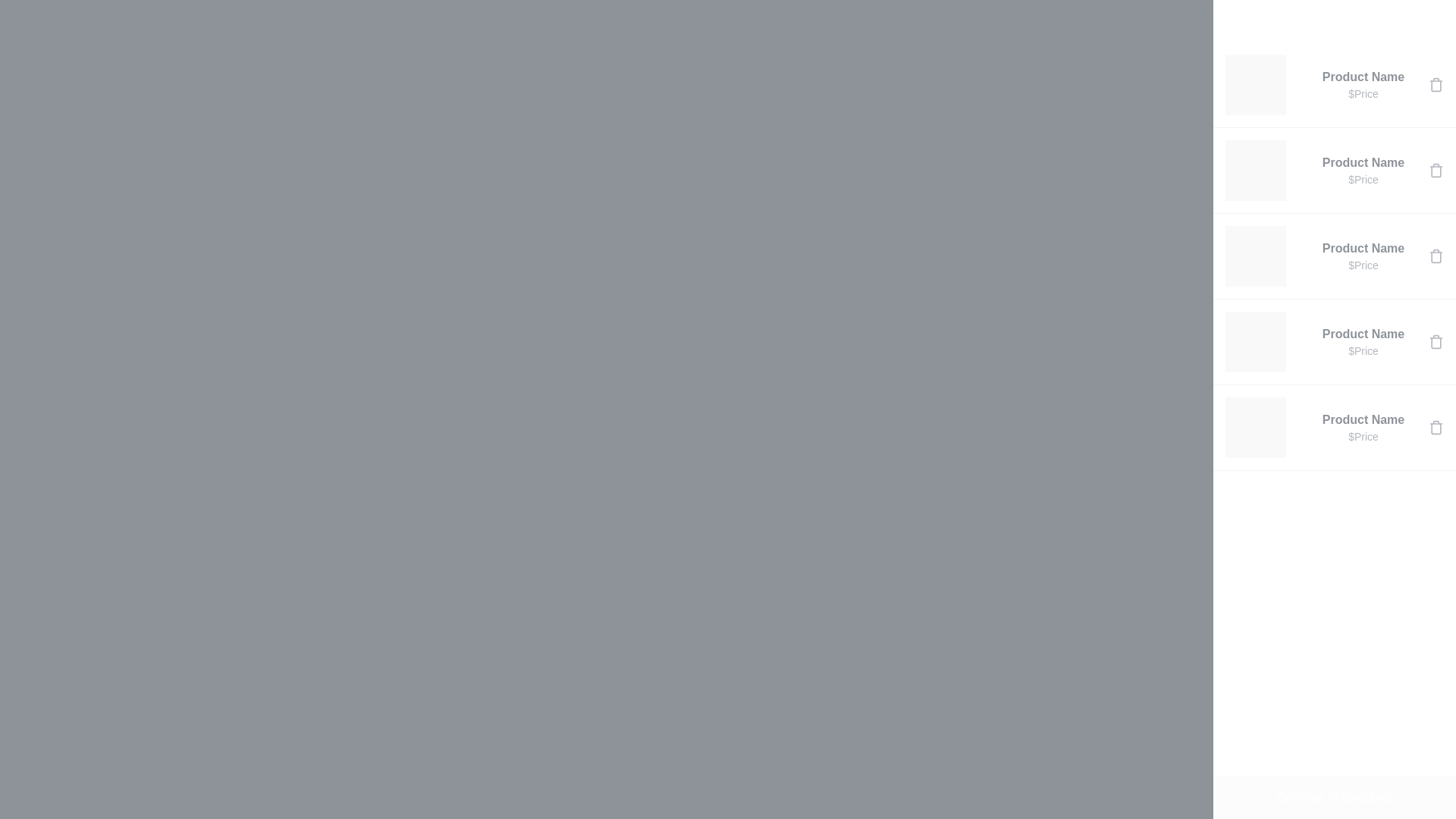 The width and height of the screenshot is (1456, 819). Describe the element at coordinates (1436, 170) in the screenshot. I see `the delete icon located at the far right of the item in the vertical list` at that location.